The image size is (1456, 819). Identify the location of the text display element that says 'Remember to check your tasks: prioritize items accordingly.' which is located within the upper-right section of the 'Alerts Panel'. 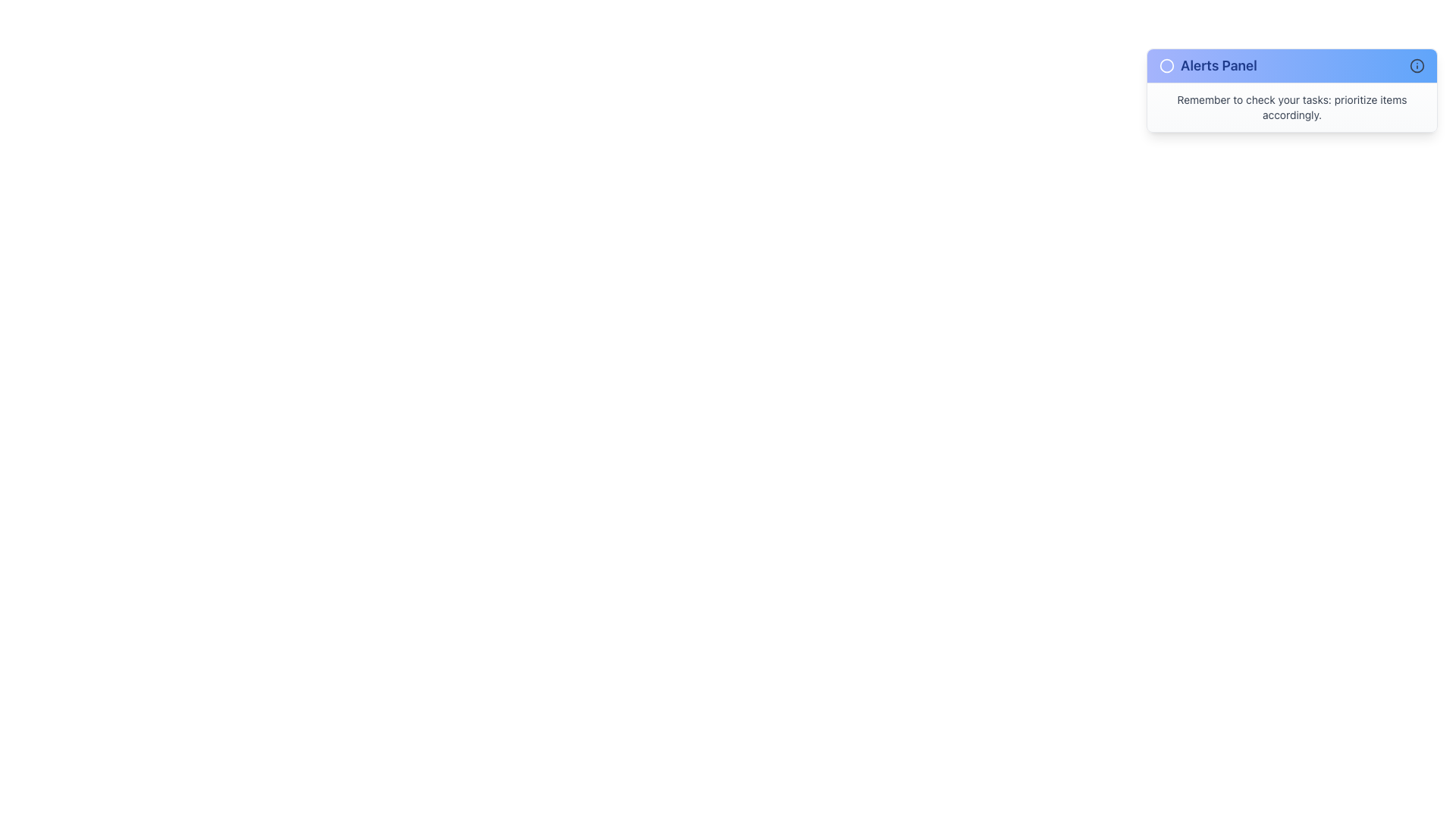
(1291, 107).